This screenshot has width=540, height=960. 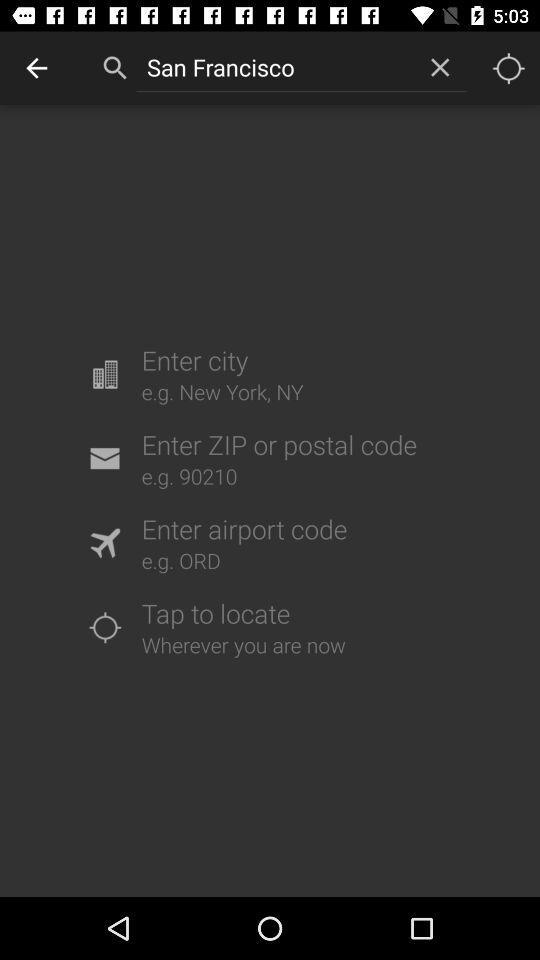 I want to click on the icon at the top right corner of the page, so click(x=508, y=68).